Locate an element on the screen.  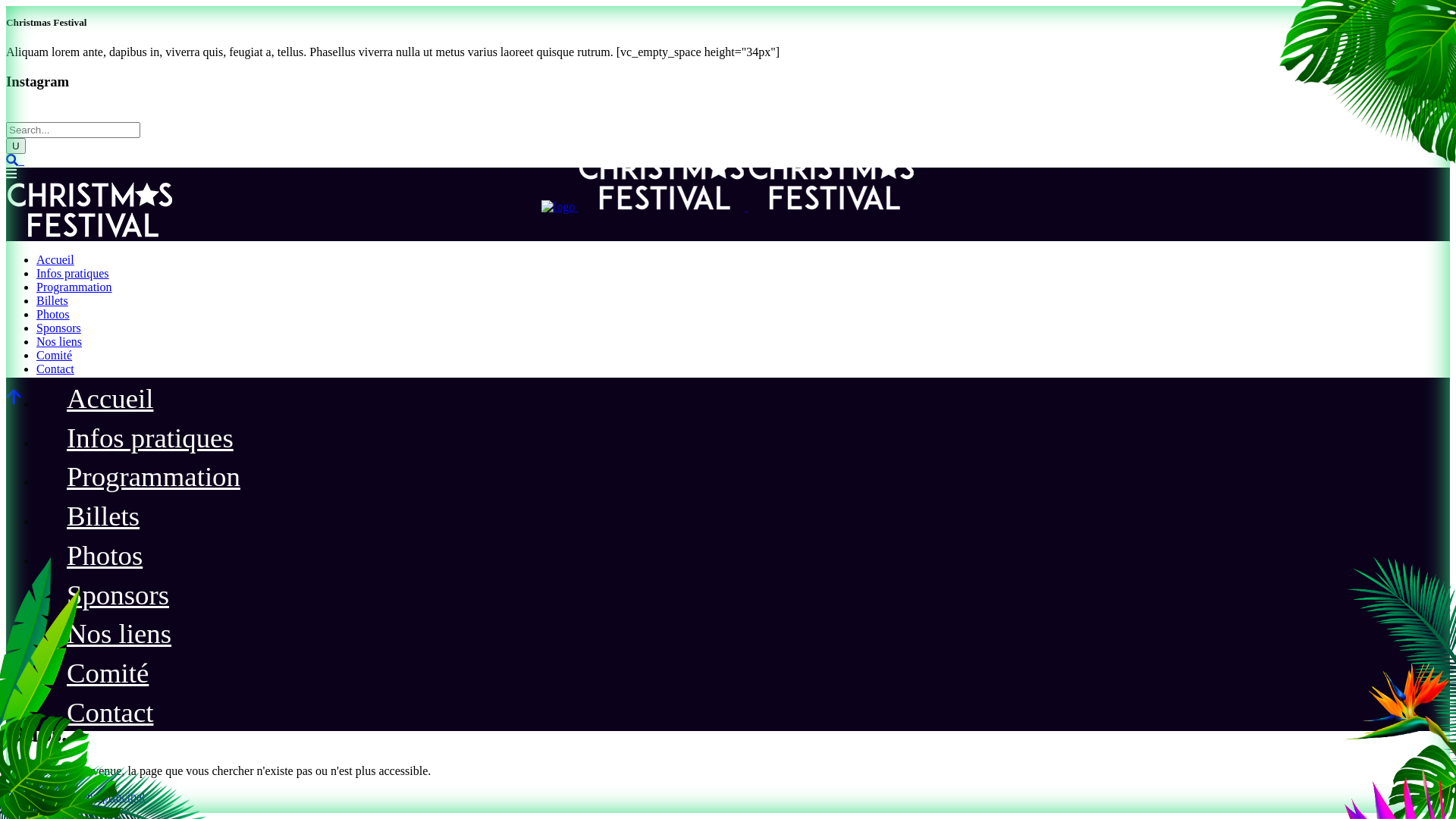
'Sponsors' is located at coordinates (58, 327).